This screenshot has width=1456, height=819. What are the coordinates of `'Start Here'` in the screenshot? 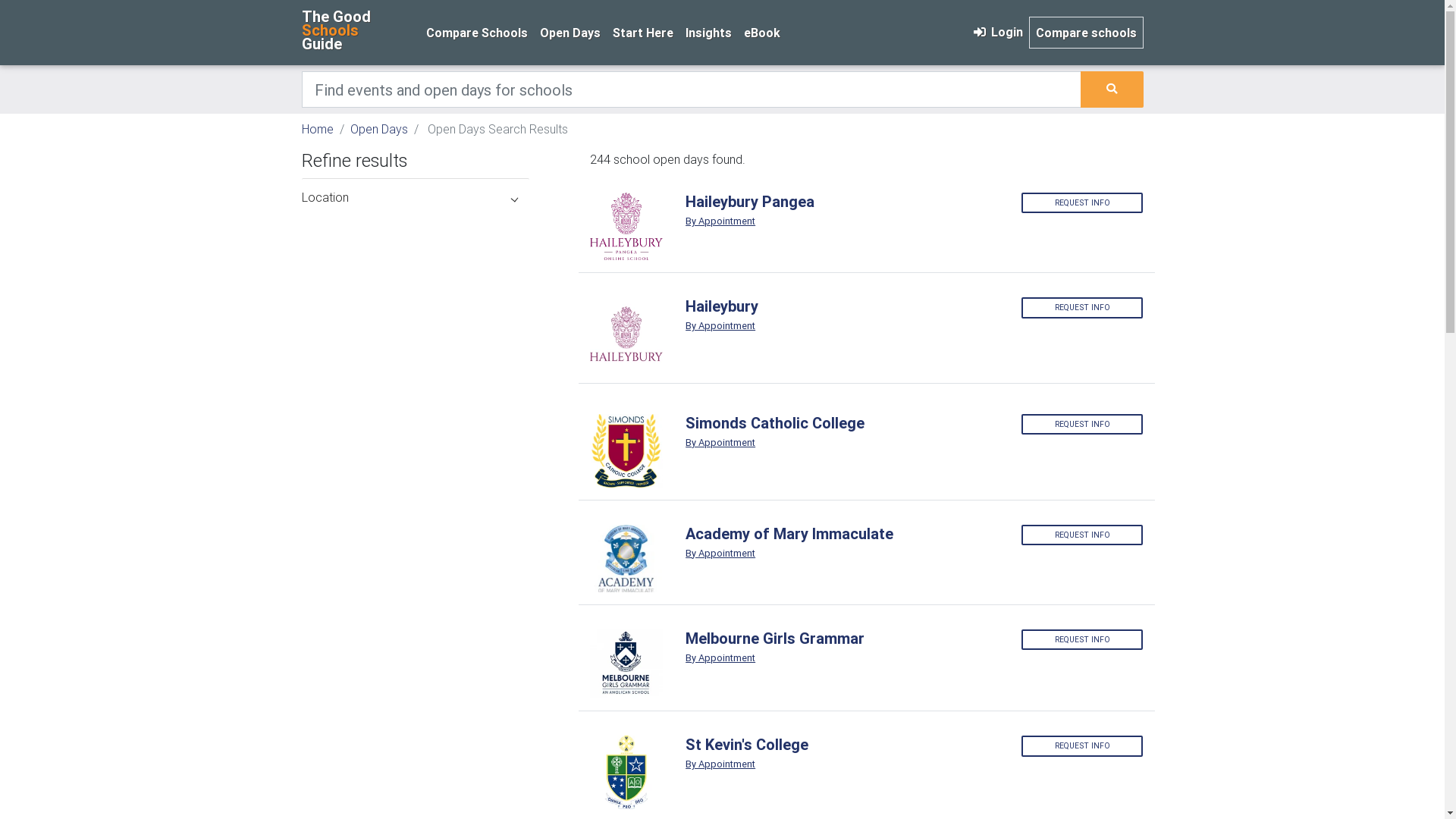 It's located at (643, 32).